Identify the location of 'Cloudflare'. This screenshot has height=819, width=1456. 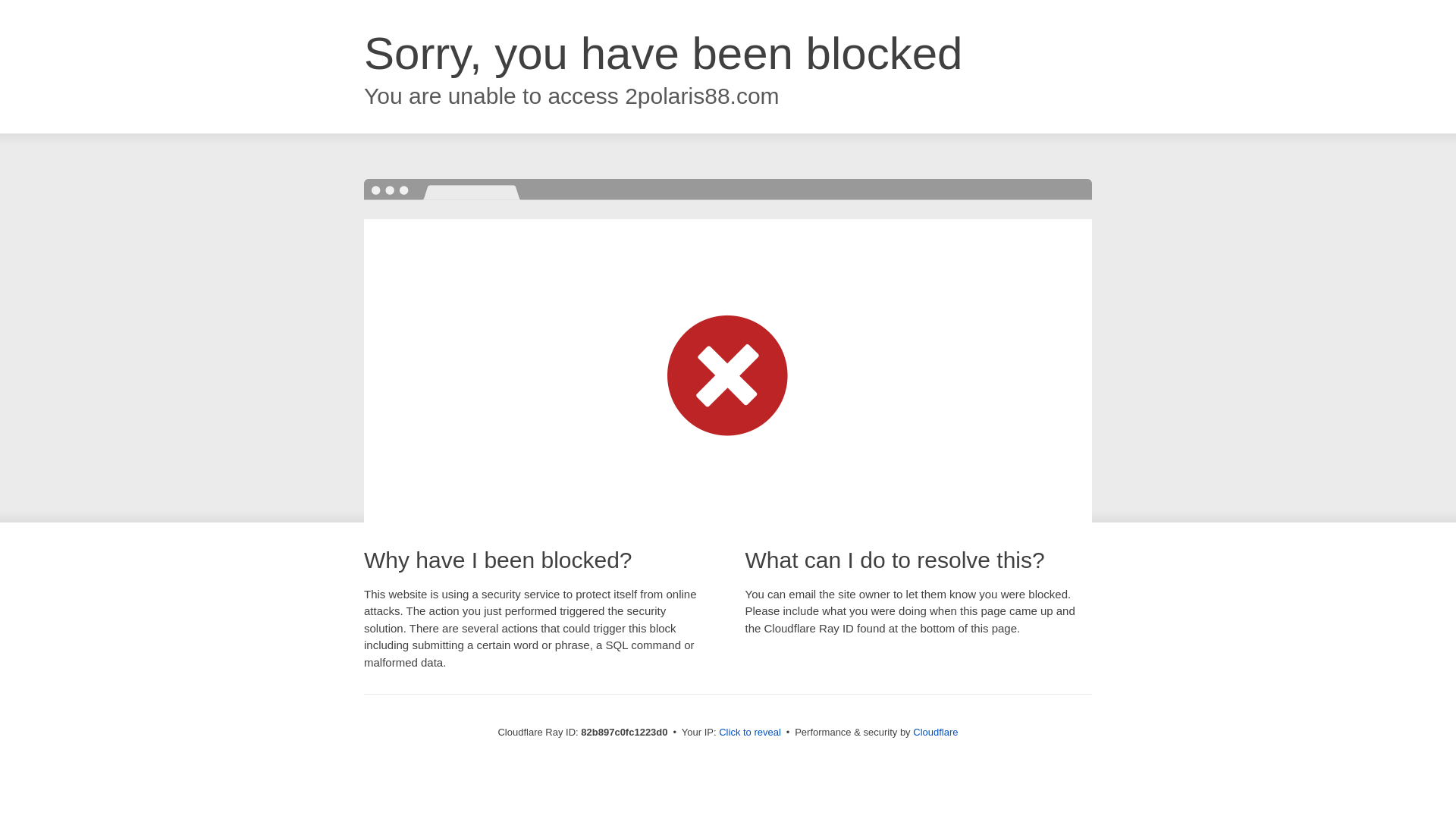
(934, 731).